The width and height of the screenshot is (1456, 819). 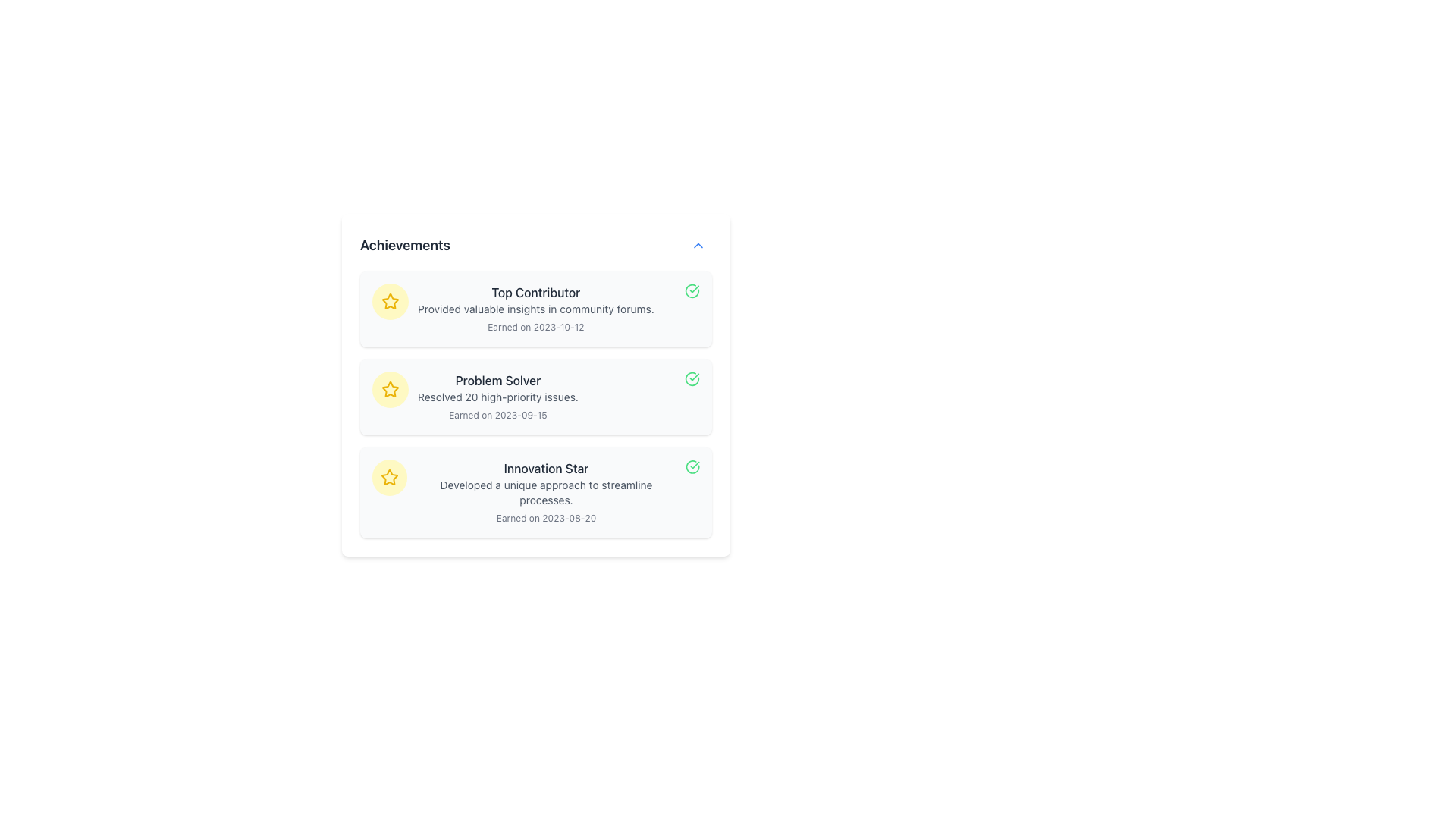 What do you see at coordinates (498, 379) in the screenshot?
I see `the text label reading 'Problem Solver' which is styled with medium font weight and dark gray color, located on the second achievement card in the vertical list of achievement cards` at bounding box center [498, 379].